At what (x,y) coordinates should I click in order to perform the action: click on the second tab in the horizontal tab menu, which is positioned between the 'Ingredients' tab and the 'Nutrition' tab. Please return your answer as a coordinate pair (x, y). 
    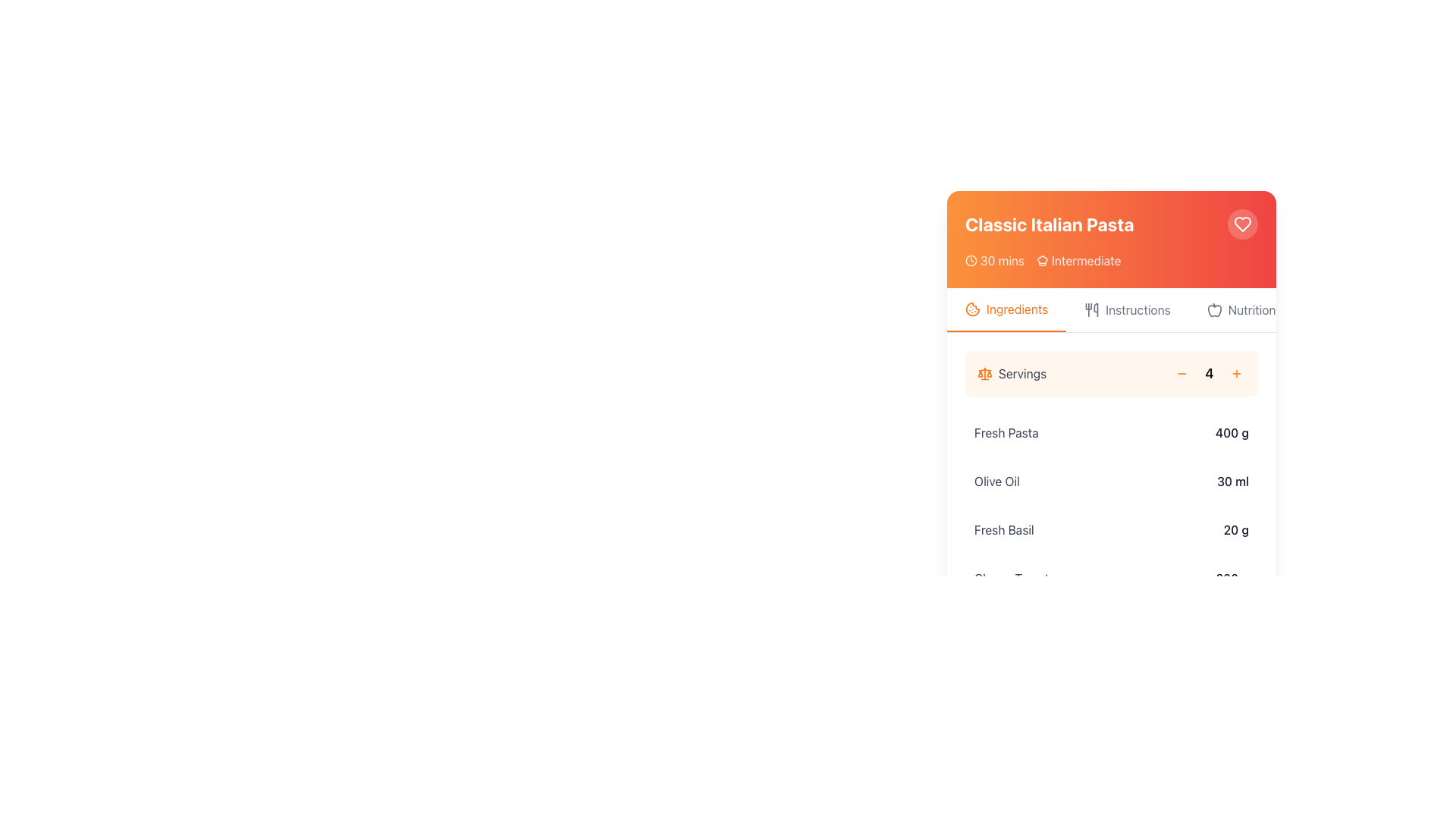
    Looking at the image, I should click on (1111, 309).